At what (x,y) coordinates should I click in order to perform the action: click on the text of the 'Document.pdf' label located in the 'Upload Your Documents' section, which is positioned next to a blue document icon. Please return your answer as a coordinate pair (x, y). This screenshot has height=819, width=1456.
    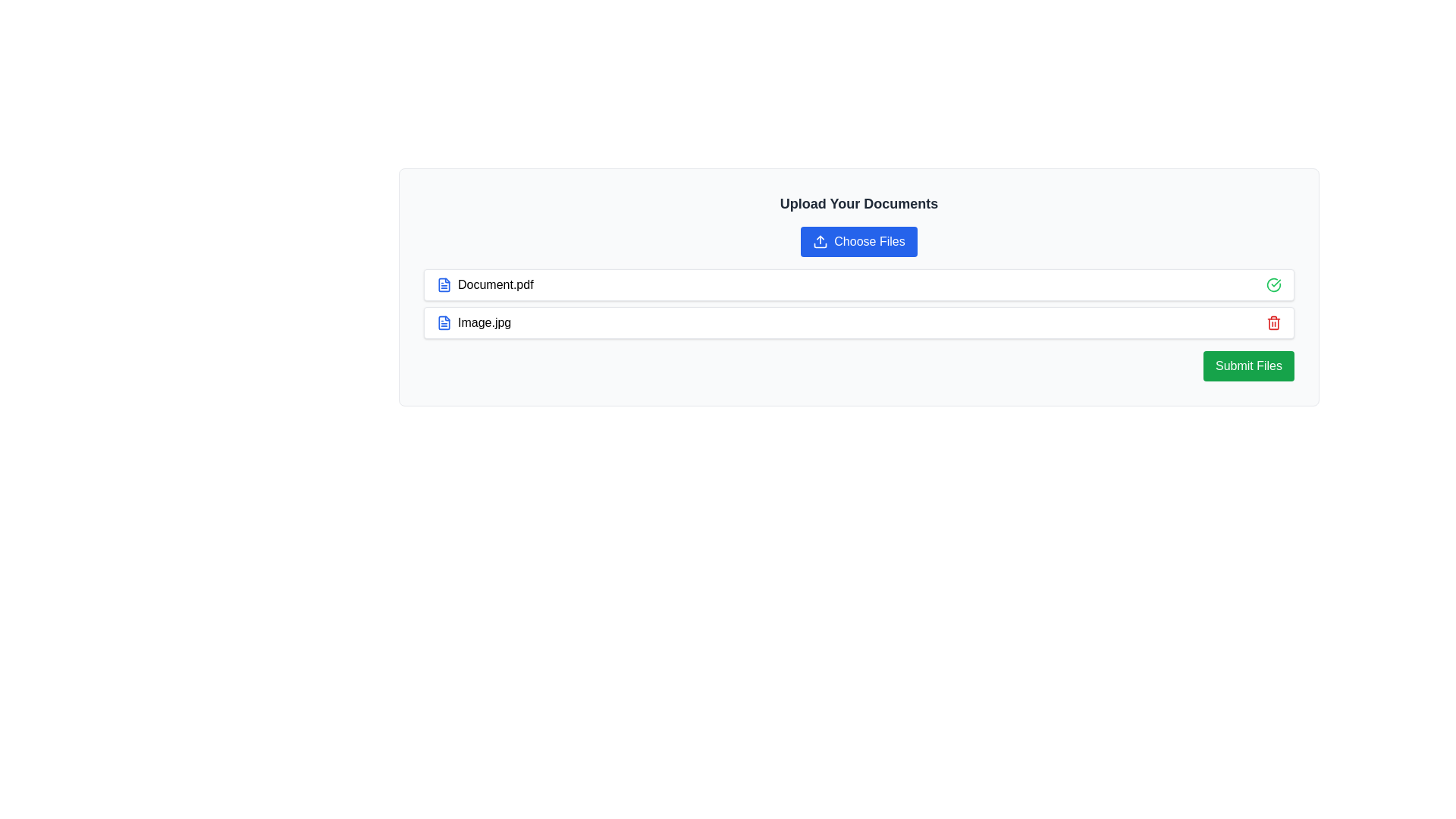
    Looking at the image, I should click on (495, 284).